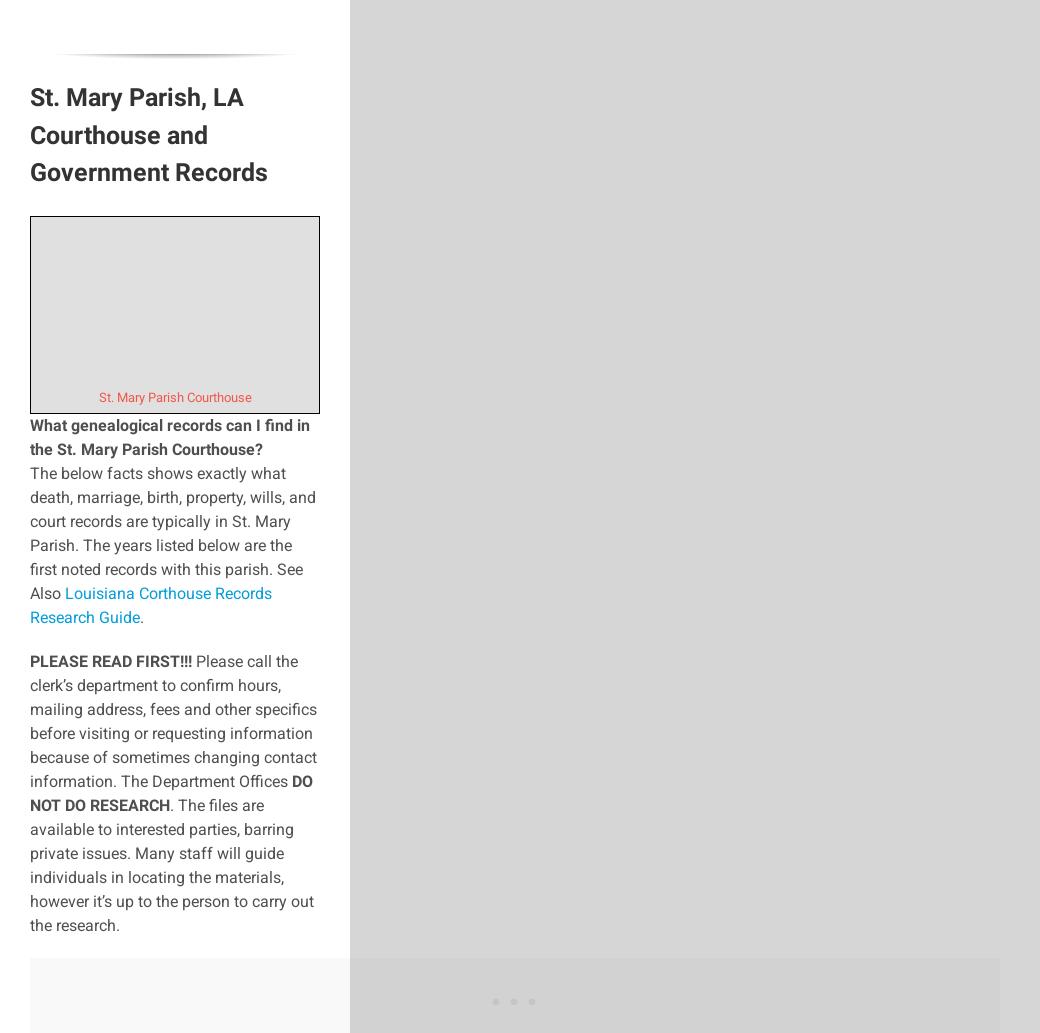  Describe the element at coordinates (171, 792) in the screenshot. I see `'DO NOT DO RESEARCH'` at that location.